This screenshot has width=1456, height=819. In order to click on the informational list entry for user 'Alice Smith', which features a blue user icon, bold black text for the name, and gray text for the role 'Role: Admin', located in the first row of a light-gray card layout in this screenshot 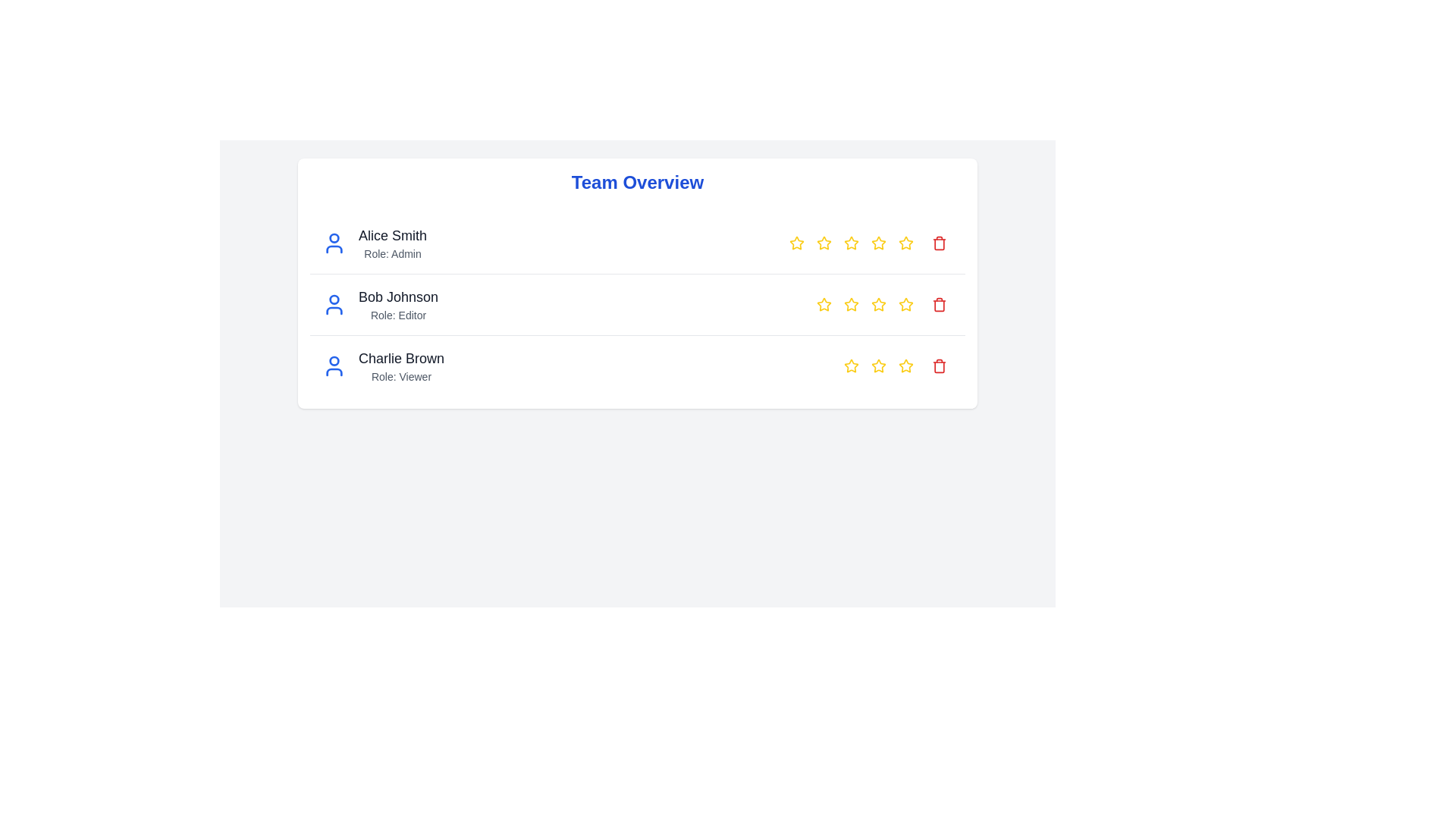, I will do `click(375, 242)`.